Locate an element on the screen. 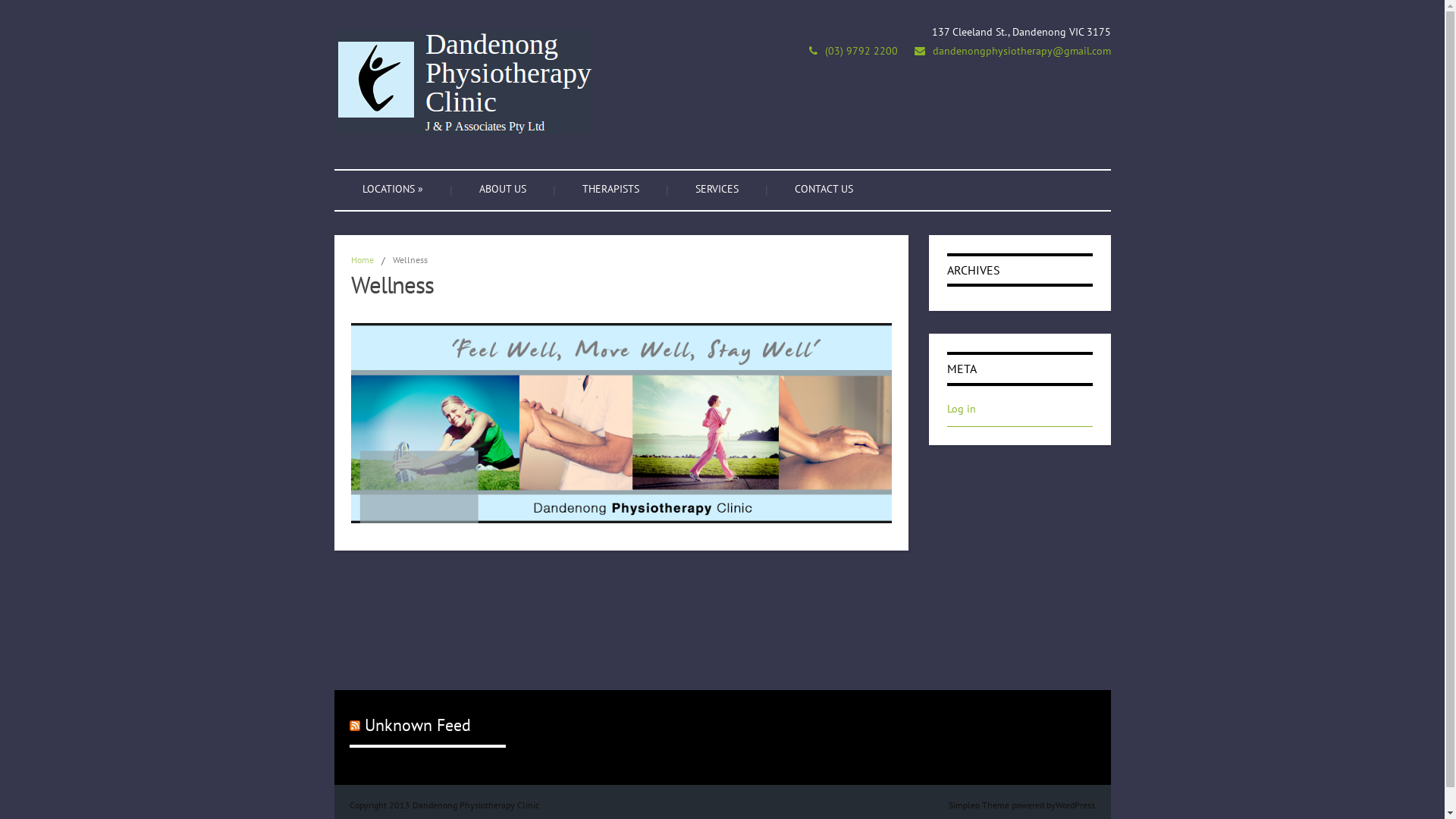 Image resolution: width=1456 pixels, height=819 pixels. 'Log in' is located at coordinates (960, 408).